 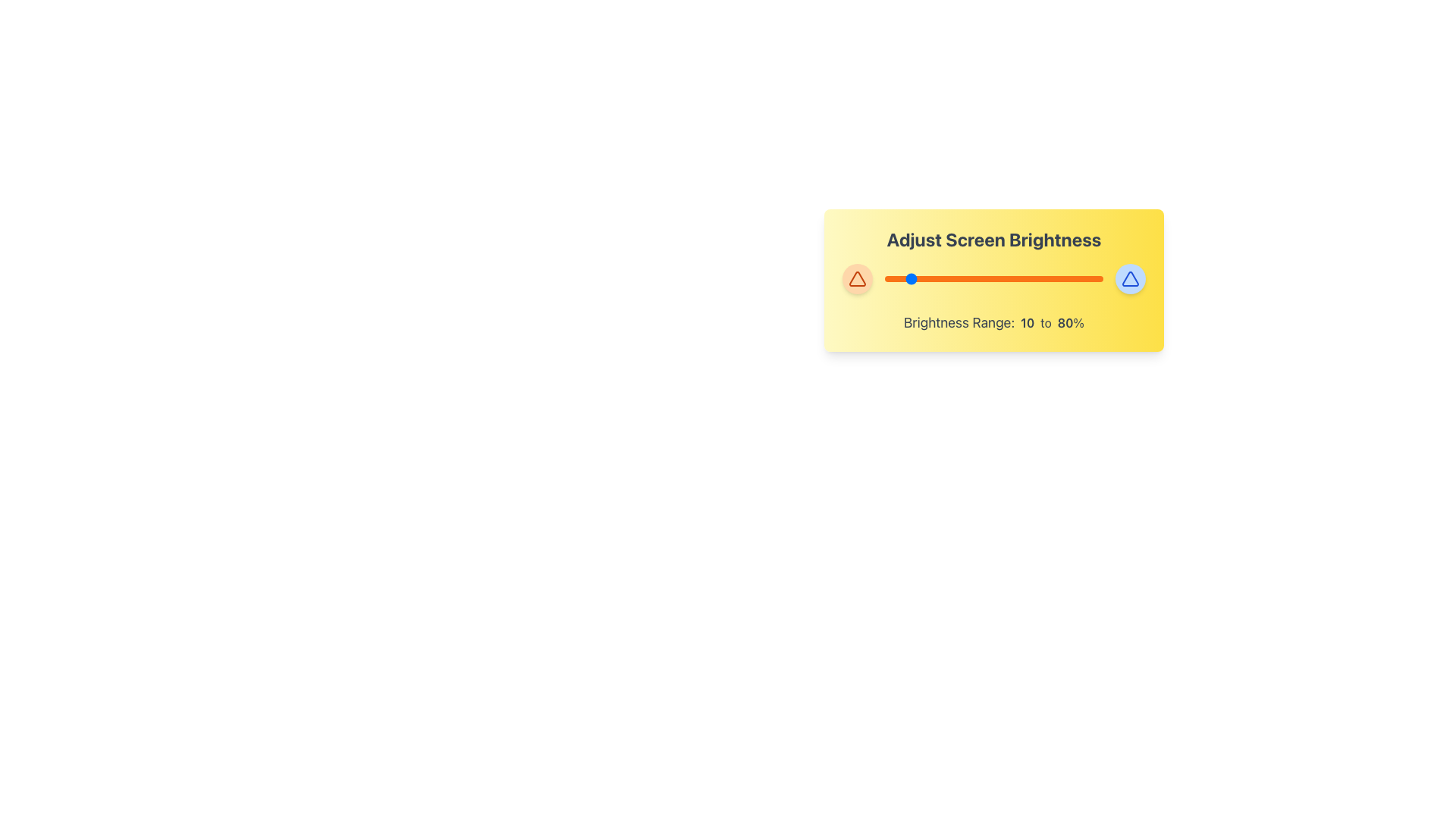 What do you see at coordinates (1028, 322) in the screenshot?
I see `the text displaying the number '10', which is styled in bold and is part of the brightness range indication, positioned between 'Brightness Range:' and 'to'` at bounding box center [1028, 322].